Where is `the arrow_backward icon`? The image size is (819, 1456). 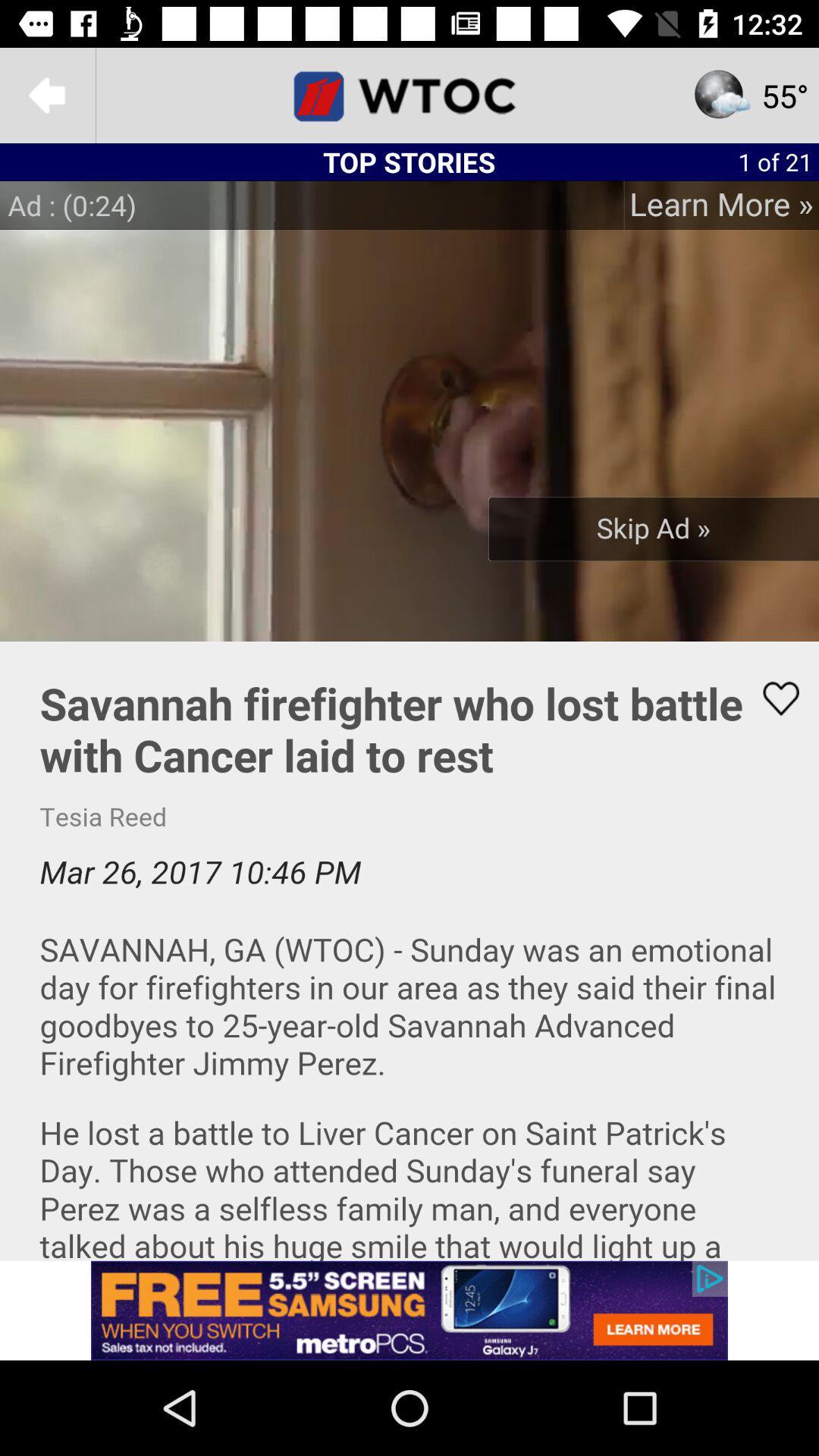
the arrow_backward icon is located at coordinates (46, 94).